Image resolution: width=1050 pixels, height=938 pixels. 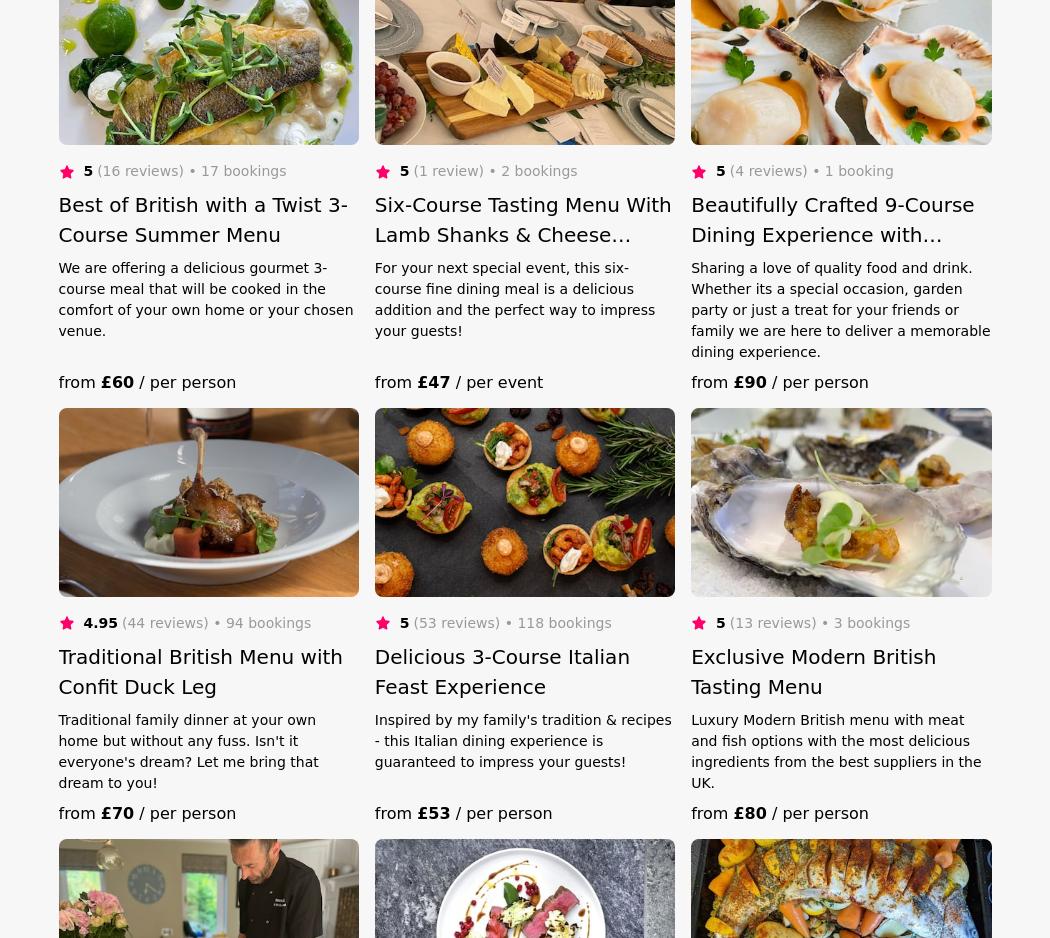 I want to click on '£70', so click(x=115, y=812).